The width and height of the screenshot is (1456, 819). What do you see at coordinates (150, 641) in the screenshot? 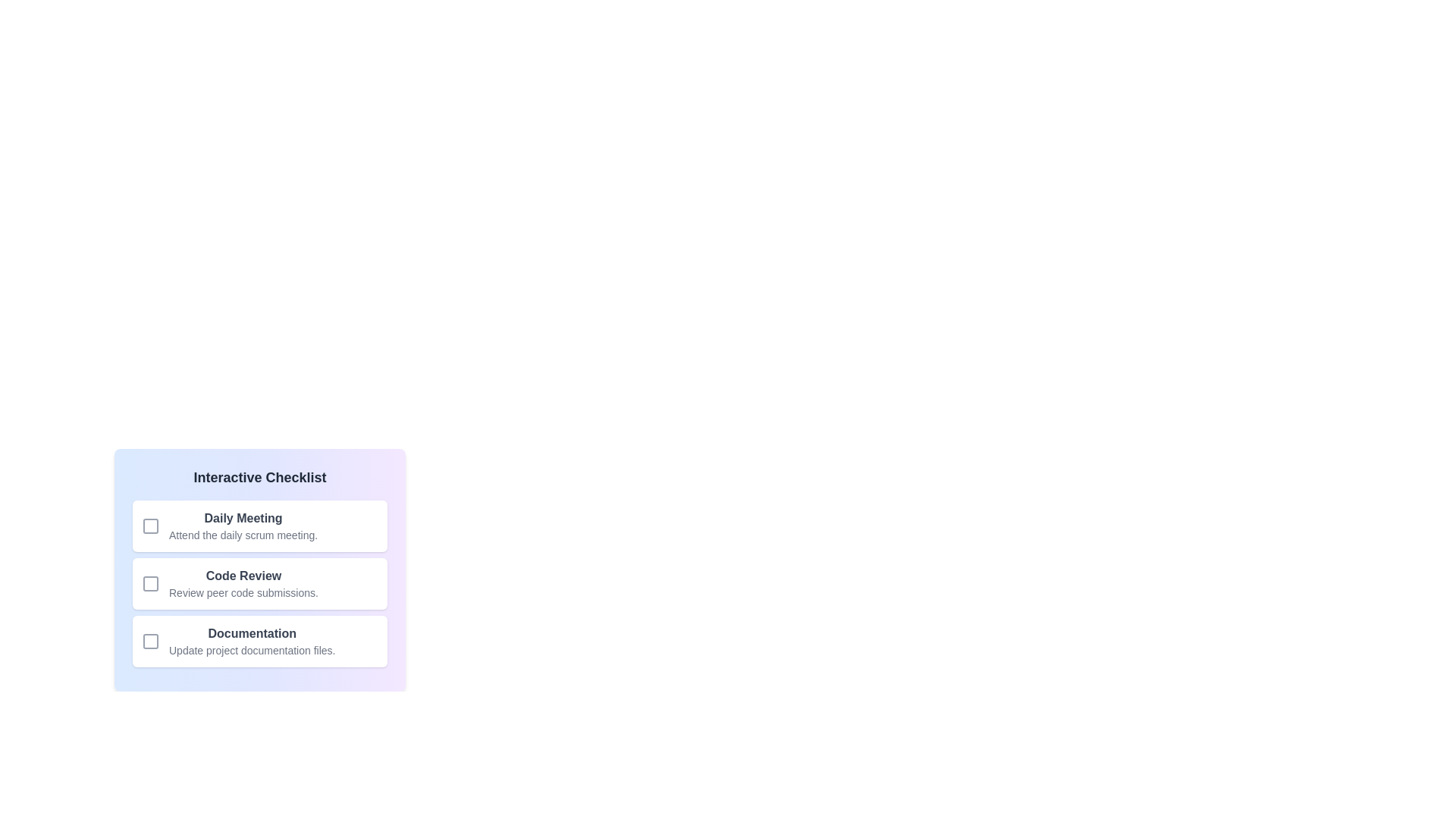
I see `the unselected Checkbox indicator located in the third row labeled 'Documentation'` at bounding box center [150, 641].